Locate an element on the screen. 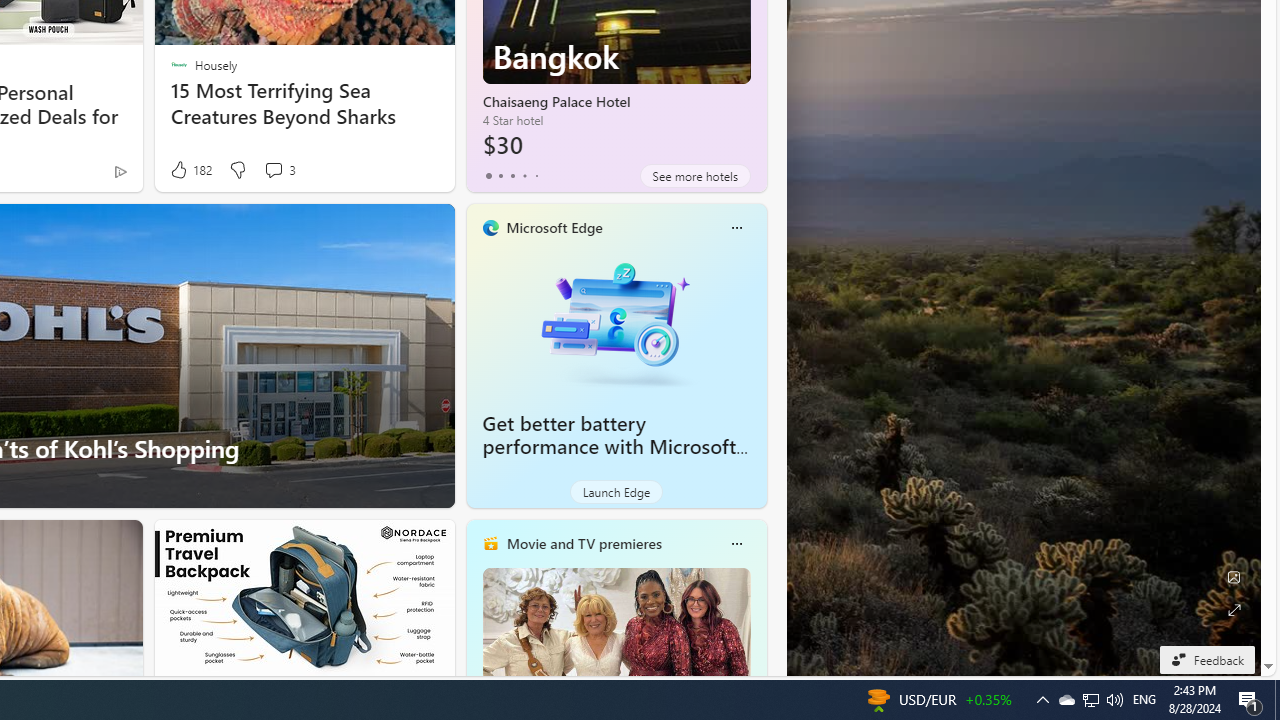  'tab-4' is located at coordinates (536, 175).